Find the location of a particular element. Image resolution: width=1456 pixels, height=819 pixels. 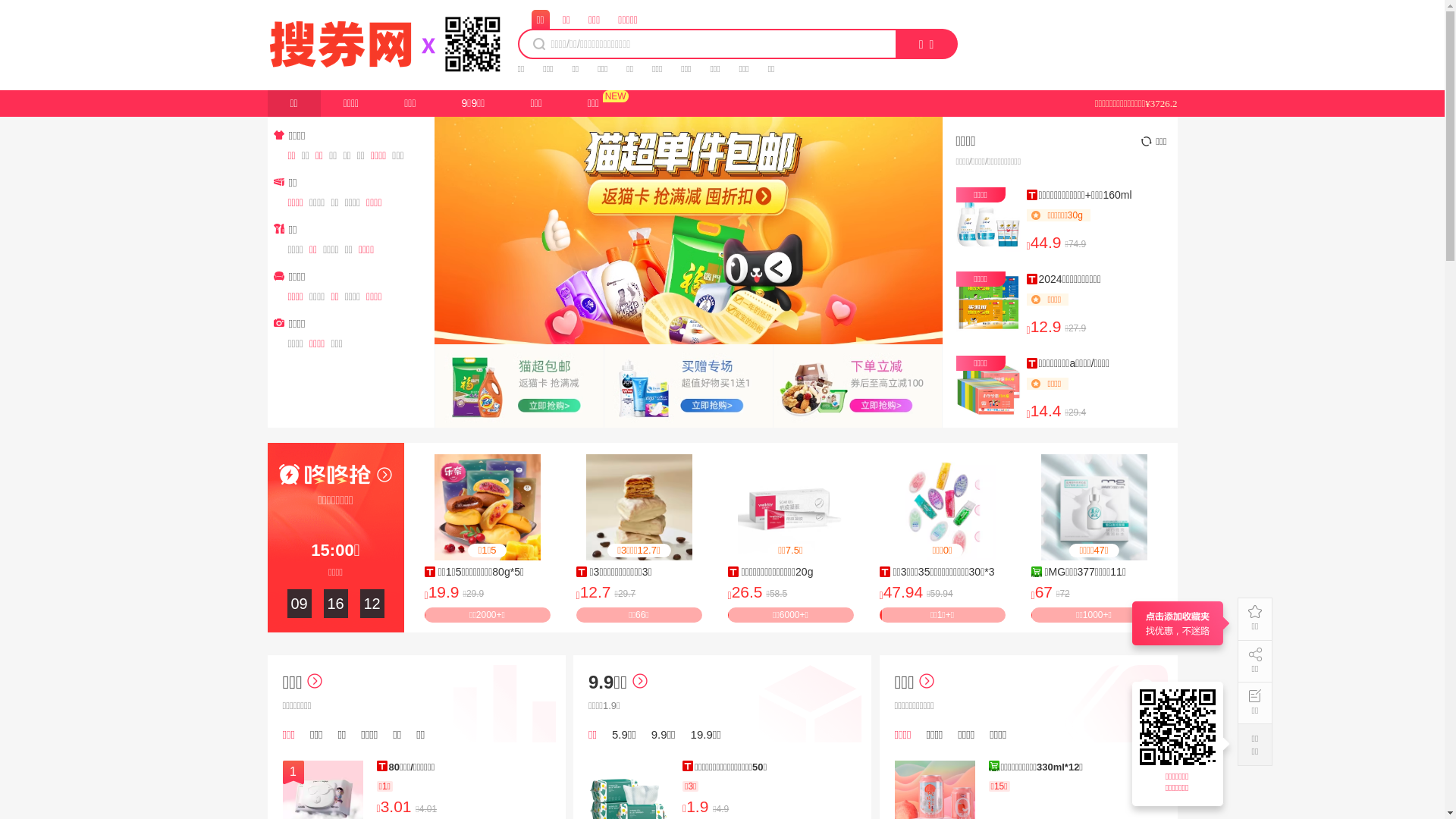

'https://17.souquan.wang' is located at coordinates (1178, 726).